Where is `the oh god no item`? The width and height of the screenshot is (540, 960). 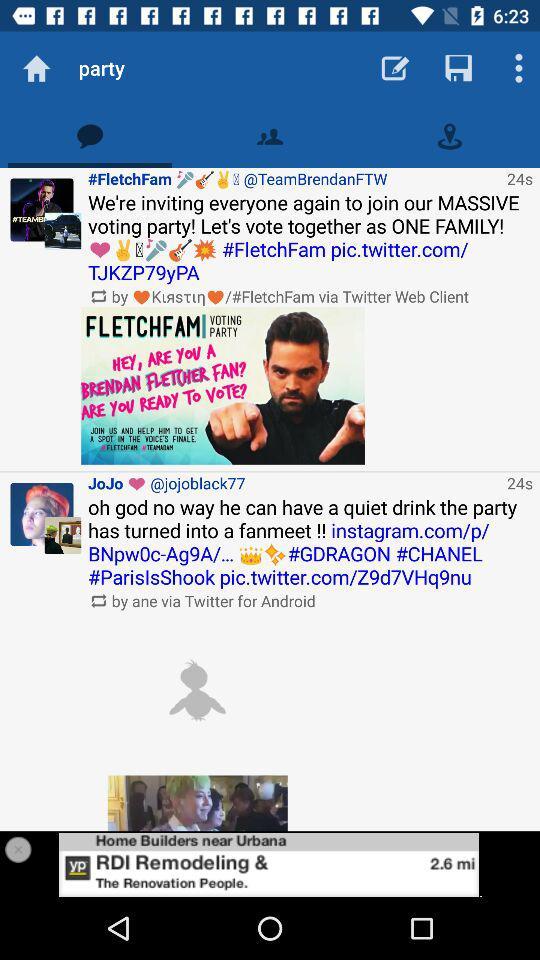 the oh god no item is located at coordinates (310, 542).